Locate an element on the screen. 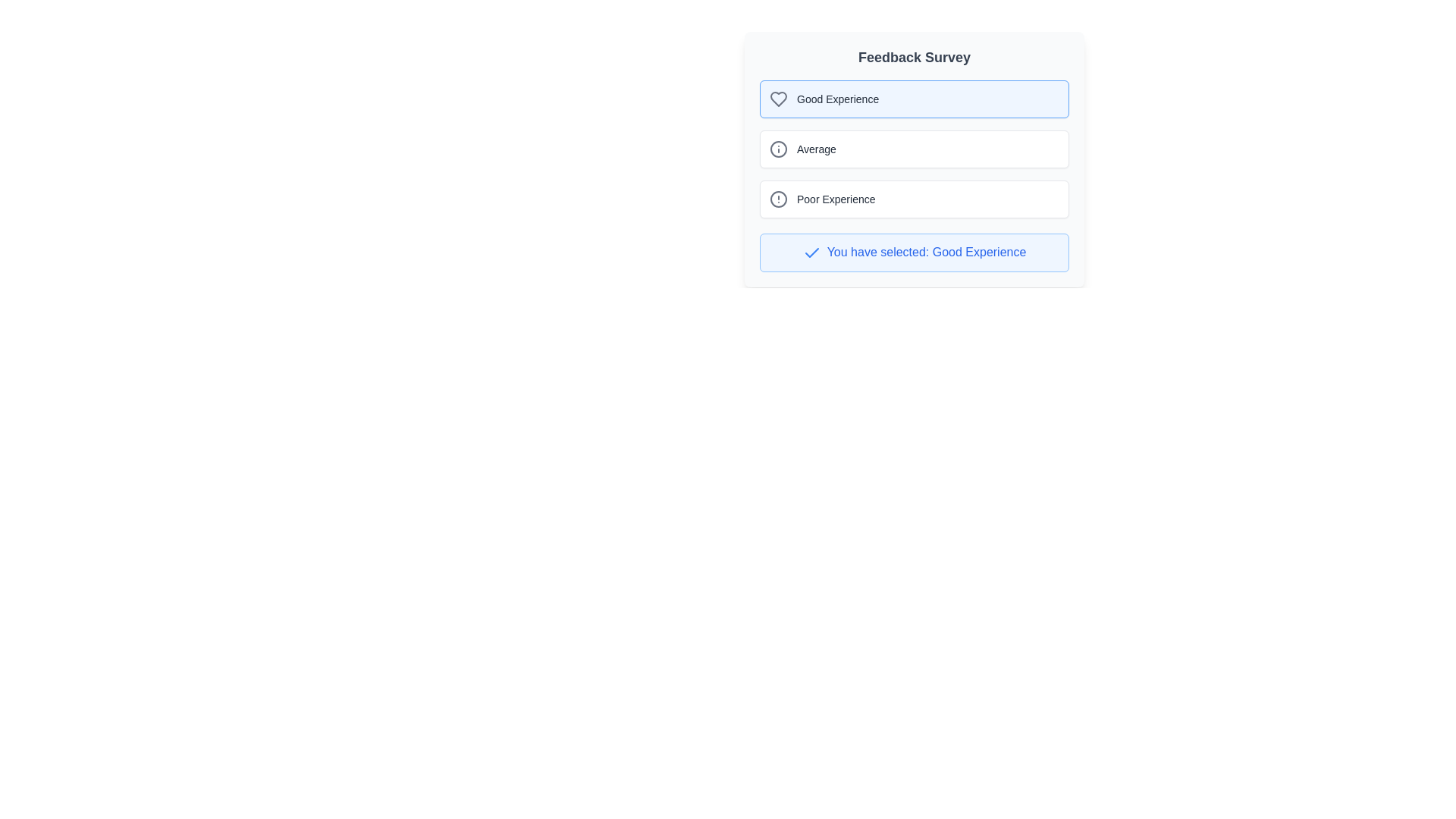  the 'Average' feedback level button in the survey to change its style is located at coordinates (913, 149).